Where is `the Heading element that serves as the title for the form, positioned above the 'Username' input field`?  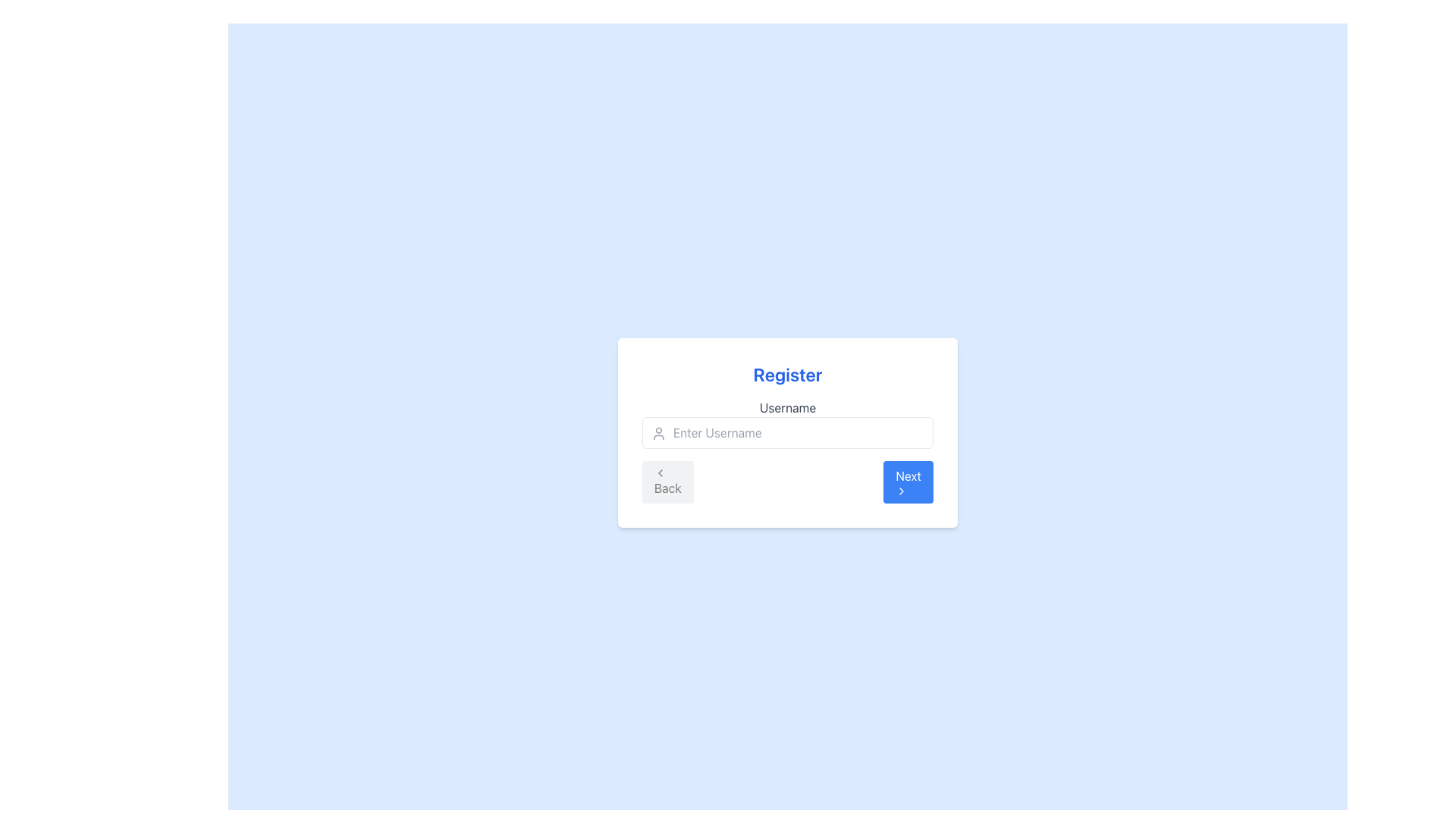
the Heading element that serves as the title for the form, positioned above the 'Username' input field is located at coordinates (787, 374).